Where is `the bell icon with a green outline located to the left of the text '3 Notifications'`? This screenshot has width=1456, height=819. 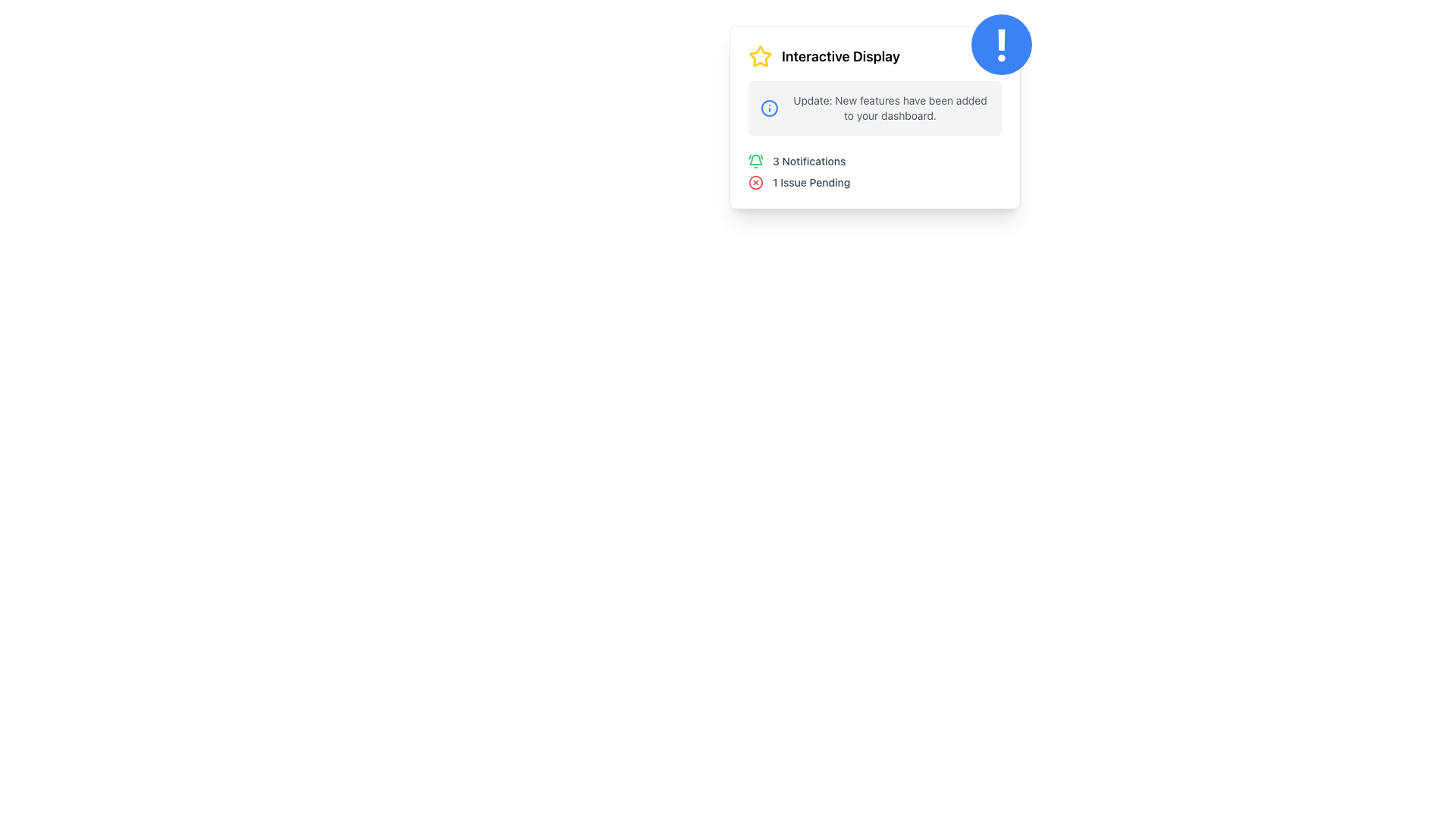 the bell icon with a green outline located to the left of the text '3 Notifications' is located at coordinates (756, 161).